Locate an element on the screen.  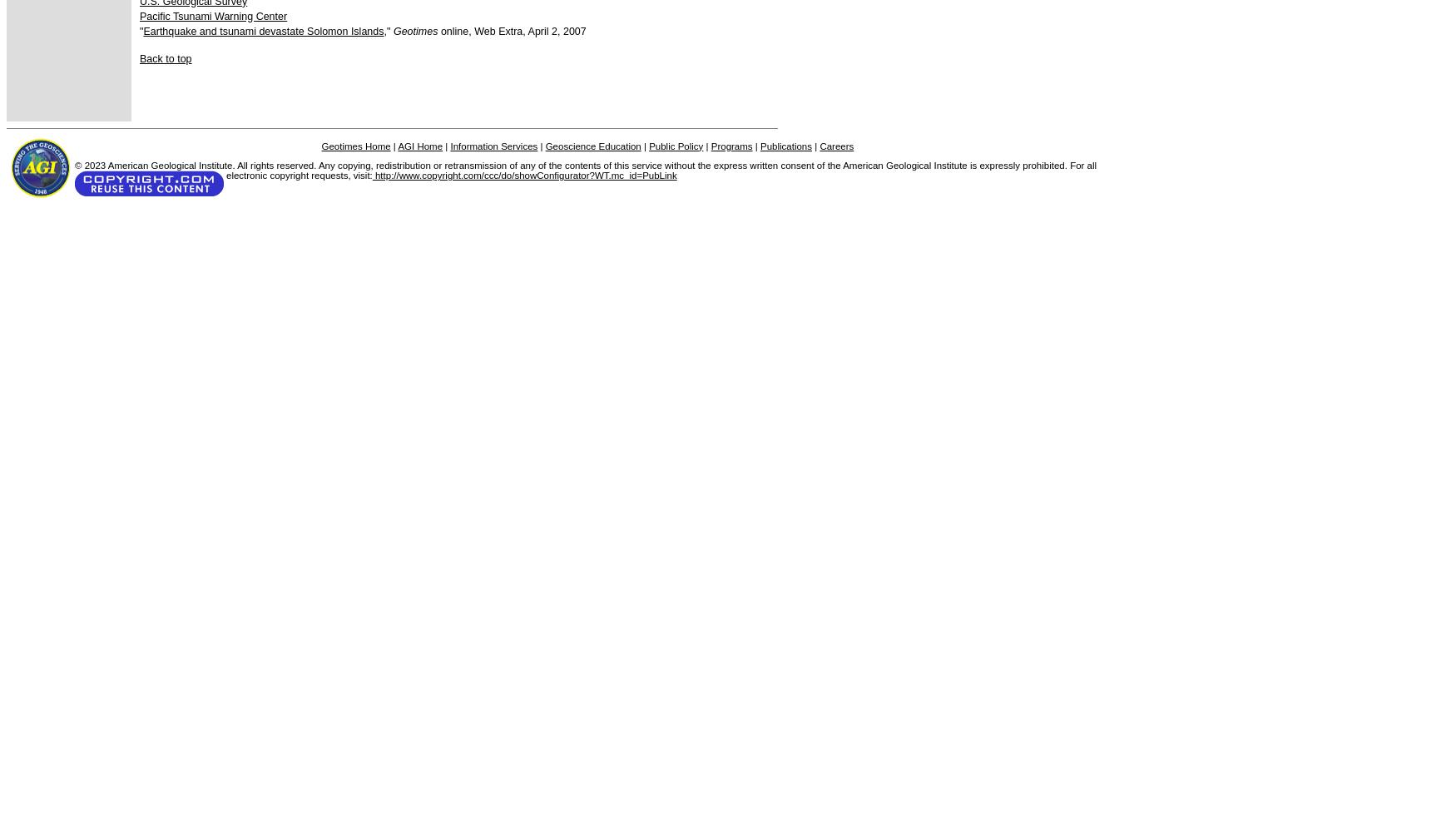
'Pacific Tsunami Warning Center' is located at coordinates (212, 16).